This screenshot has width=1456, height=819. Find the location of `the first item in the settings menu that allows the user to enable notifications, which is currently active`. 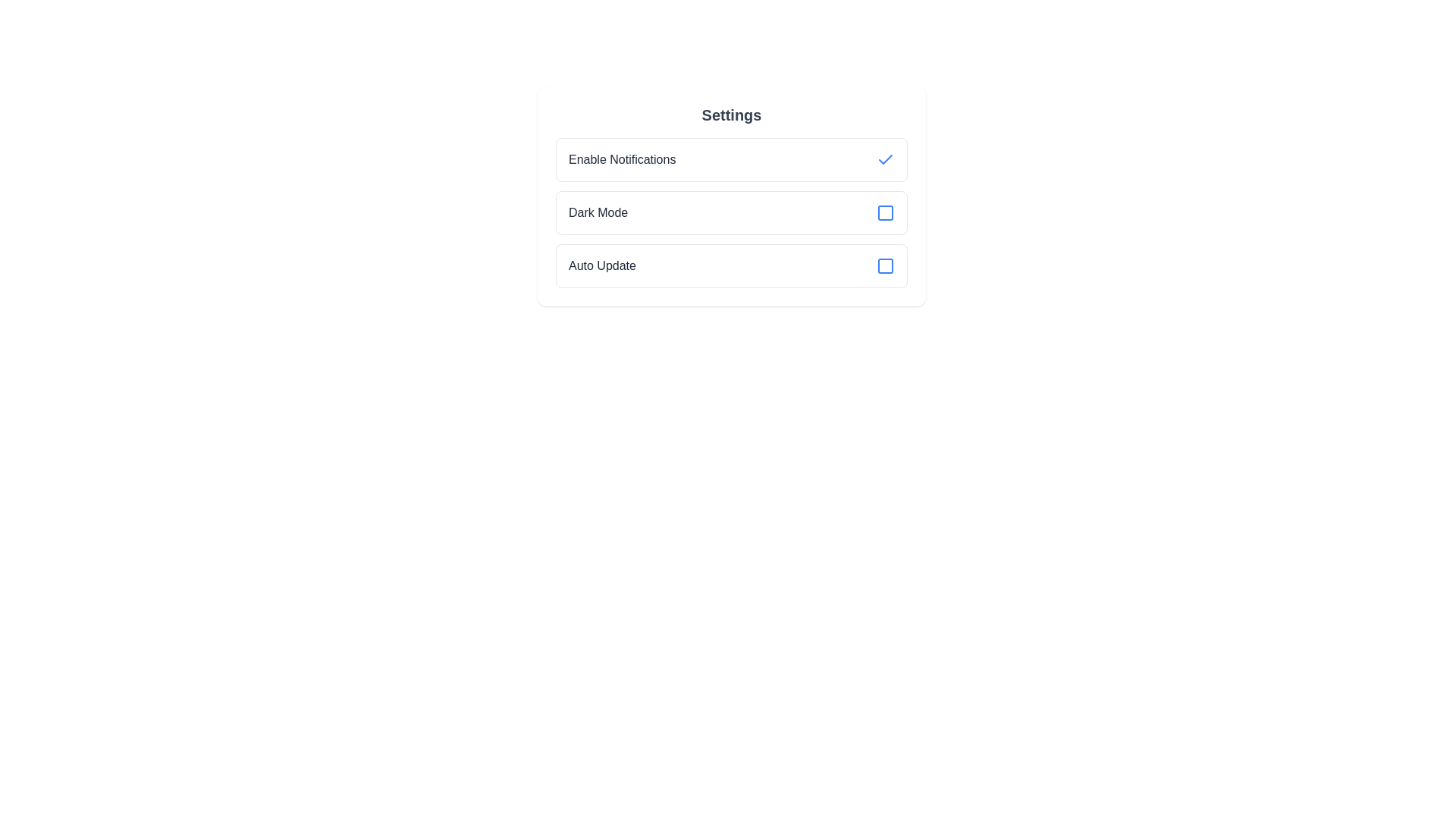

the first item in the settings menu that allows the user to enable notifications, which is currently active is located at coordinates (731, 160).